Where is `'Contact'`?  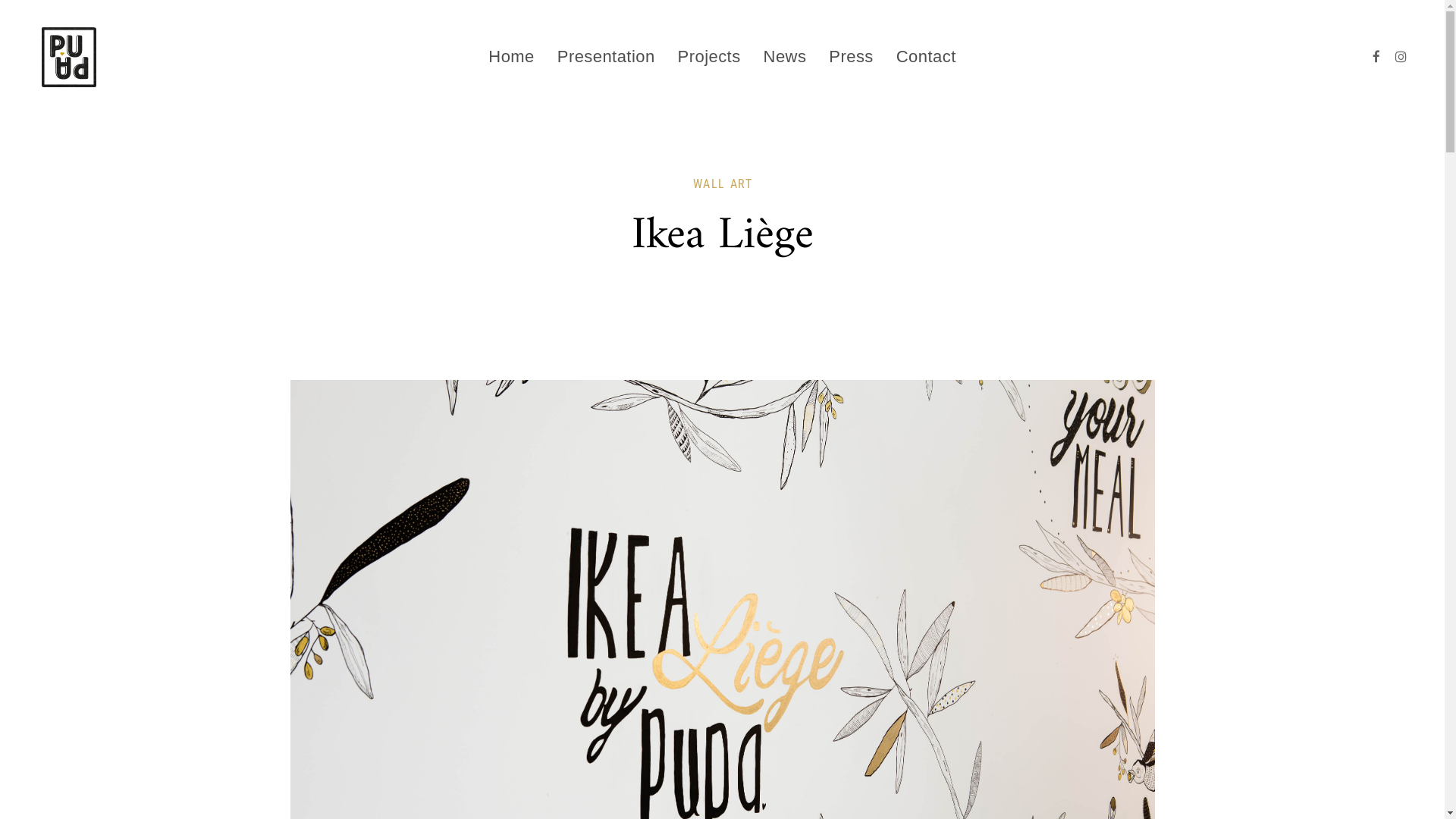 'Contact' is located at coordinates (925, 55).